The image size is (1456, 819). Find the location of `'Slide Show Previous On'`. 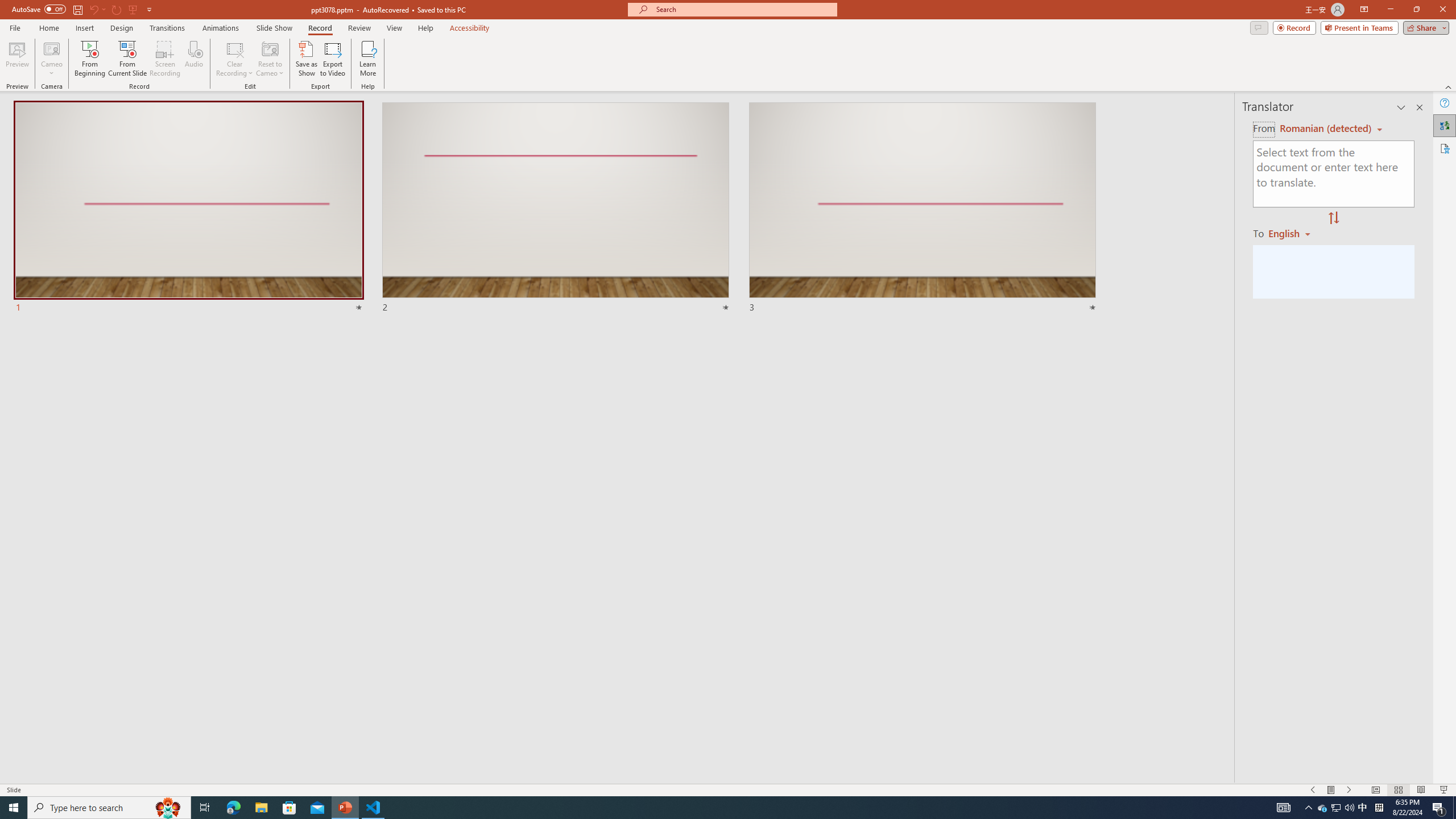

'Slide Show Previous On' is located at coordinates (1313, 790).